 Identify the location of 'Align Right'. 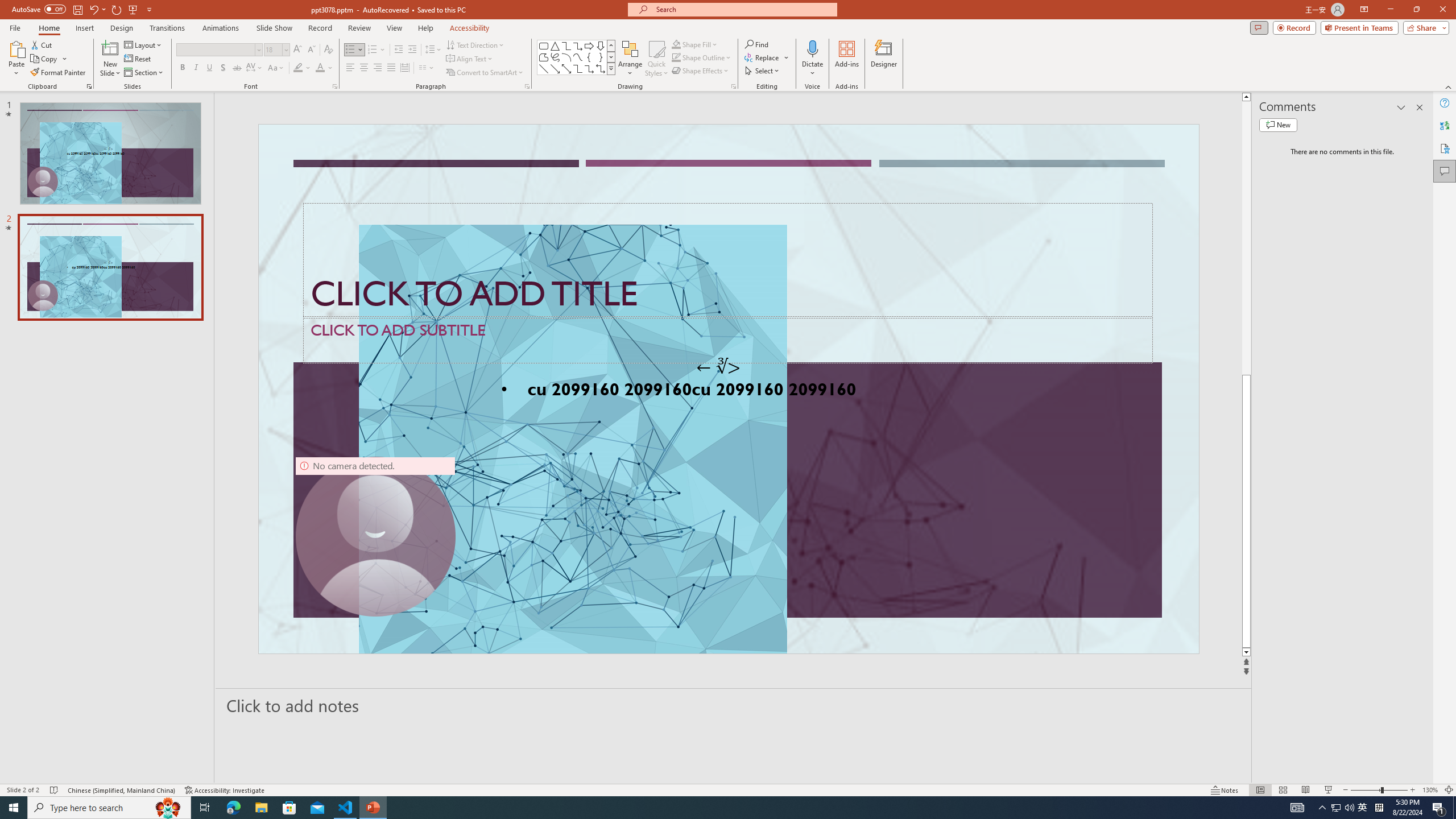
(378, 67).